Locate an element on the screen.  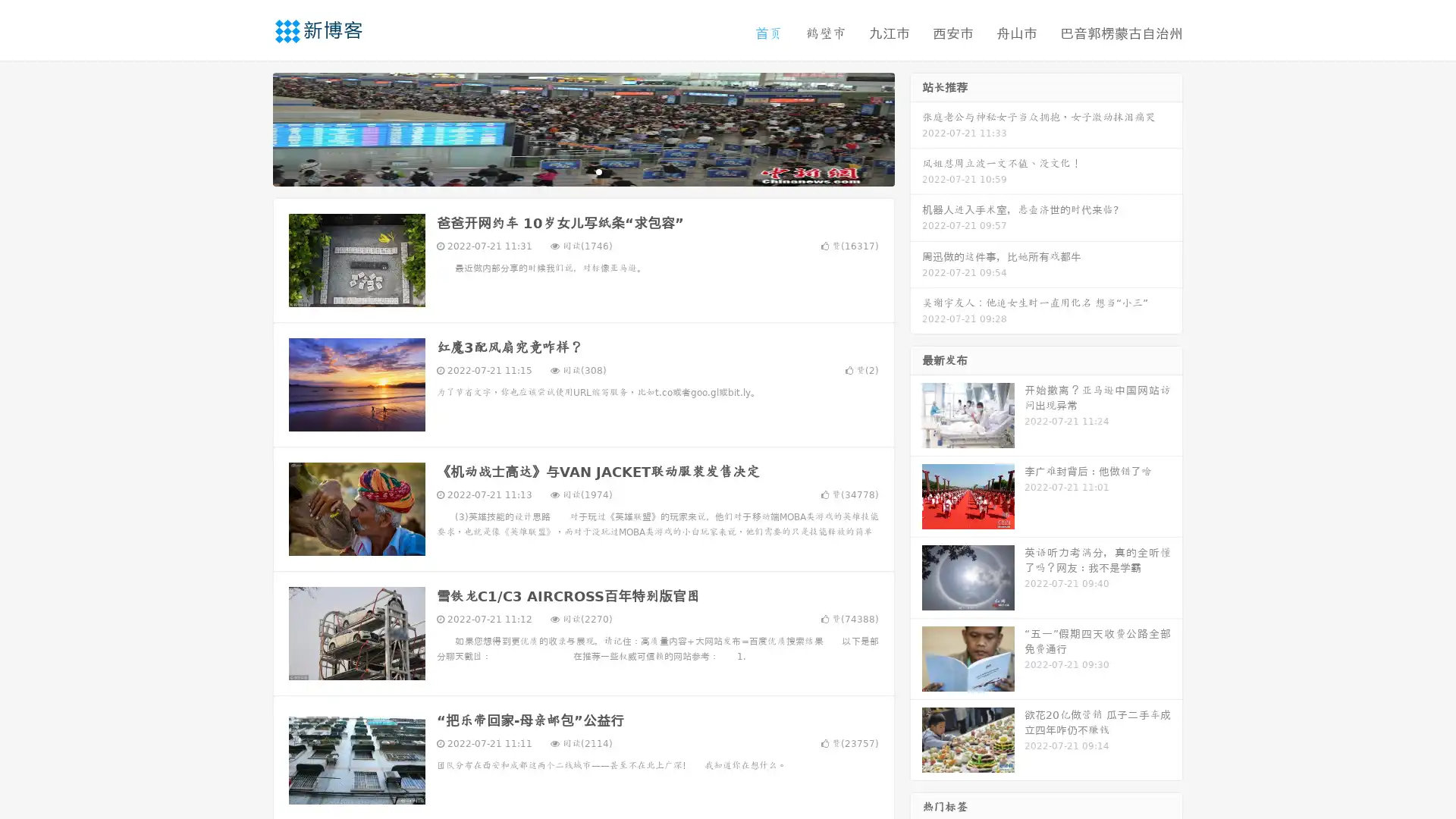
Next slide is located at coordinates (916, 127).